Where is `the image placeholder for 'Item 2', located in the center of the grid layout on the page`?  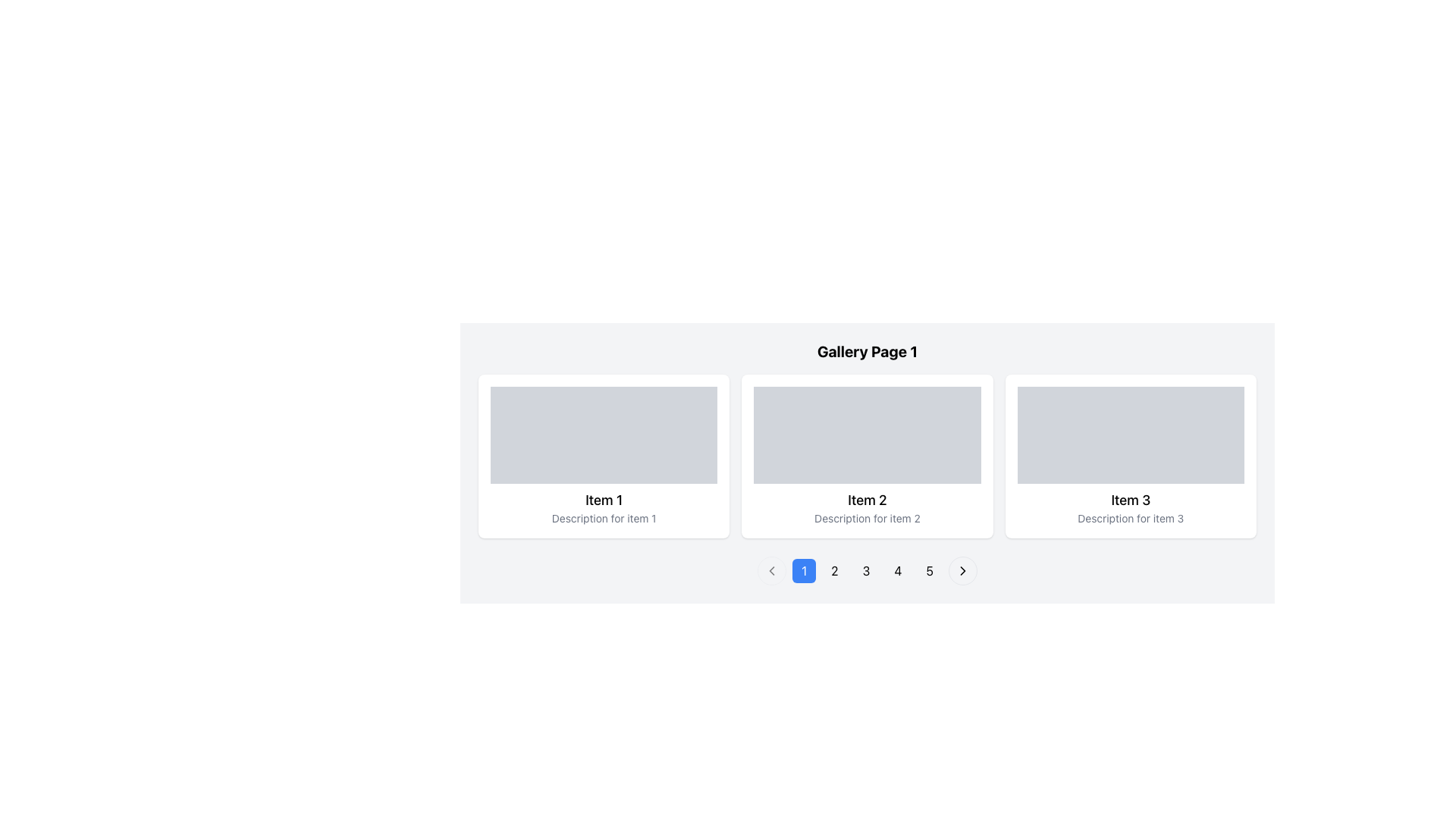 the image placeholder for 'Item 2', located in the center of the grid layout on the page is located at coordinates (867, 435).